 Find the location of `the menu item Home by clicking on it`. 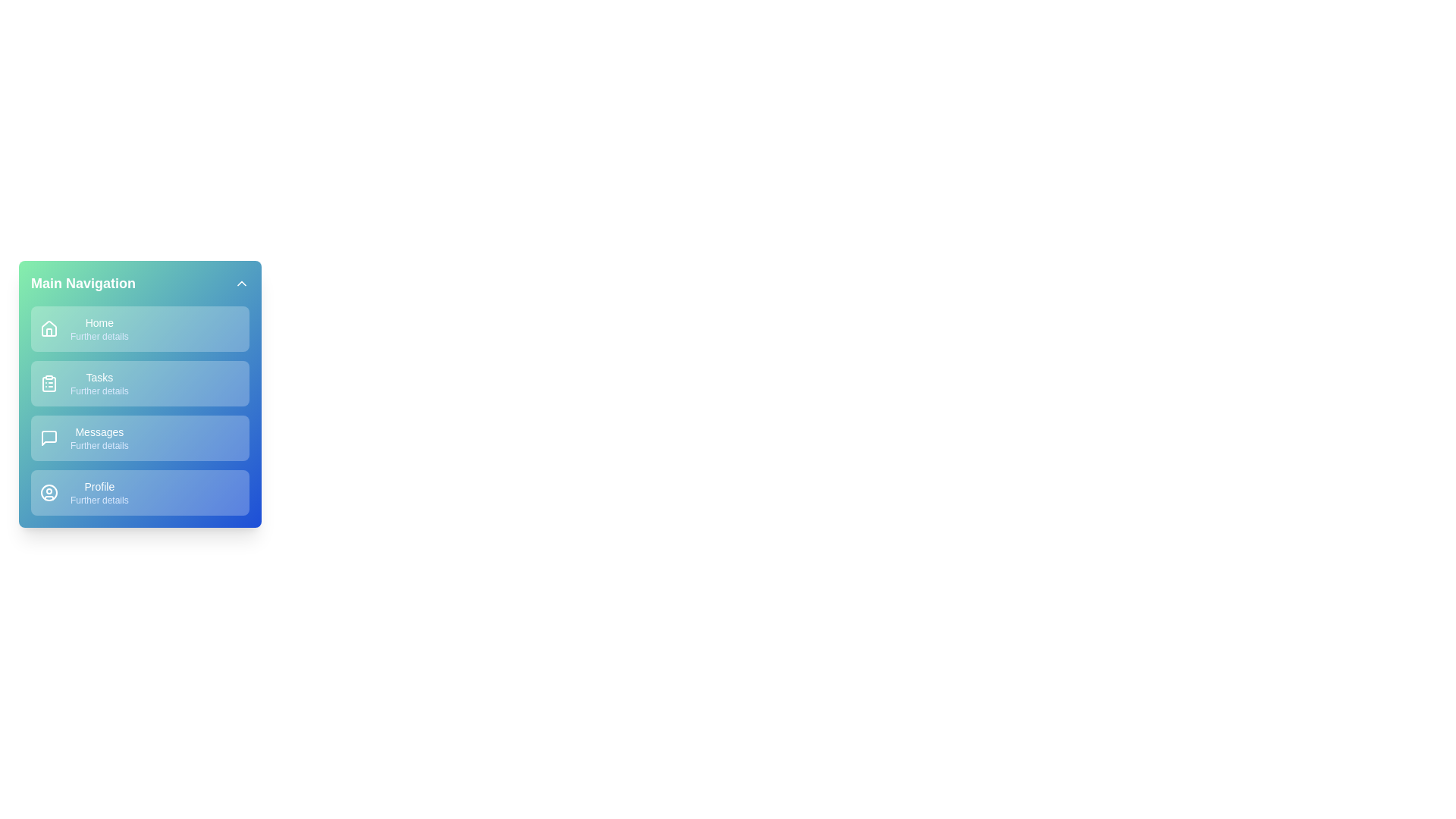

the menu item Home by clicking on it is located at coordinates (140, 328).